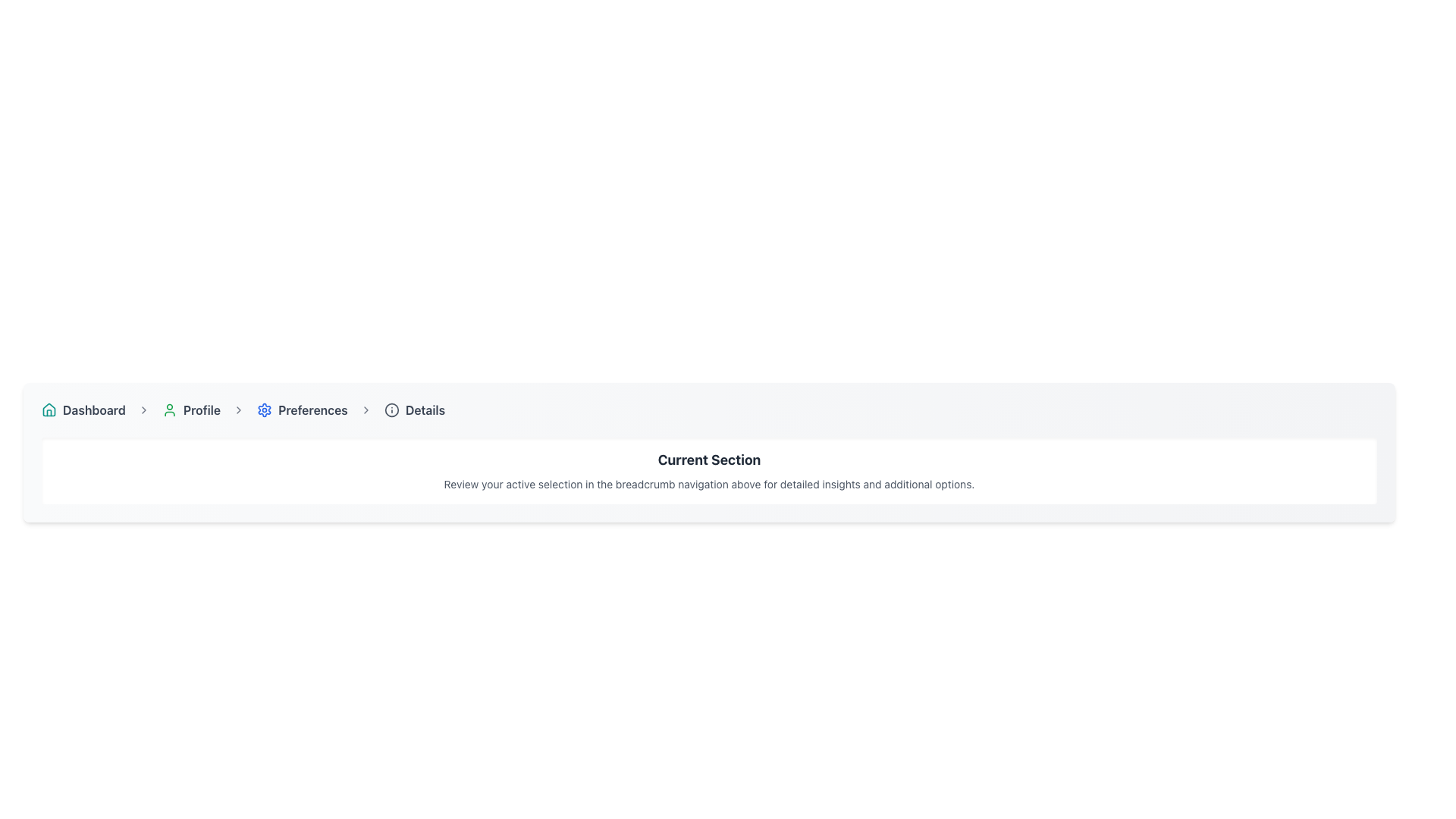  Describe the element at coordinates (425, 409) in the screenshot. I see `text displayed on the visual label located at the far right of the breadcrumb navigation bar, next to the information icon` at that location.